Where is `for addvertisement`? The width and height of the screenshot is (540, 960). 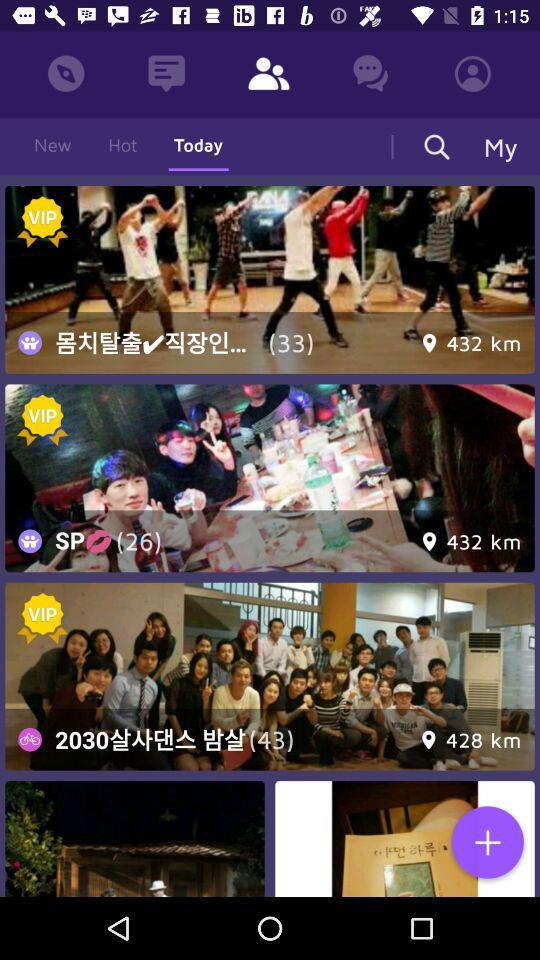
for addvertisement is located at coordinates (270, 278).